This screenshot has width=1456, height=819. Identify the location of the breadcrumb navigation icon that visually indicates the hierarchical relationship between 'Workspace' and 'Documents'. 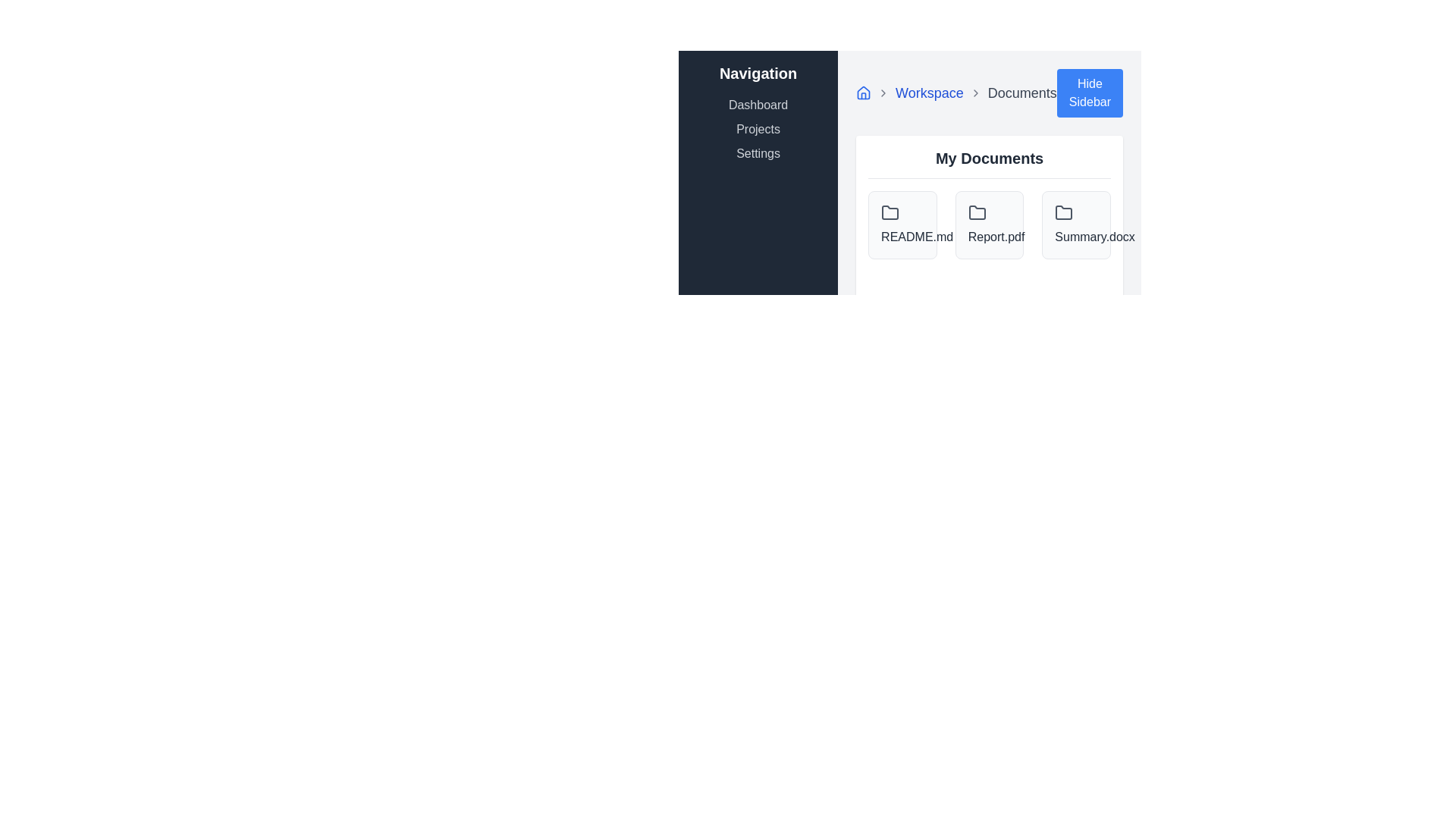
(975, 93).